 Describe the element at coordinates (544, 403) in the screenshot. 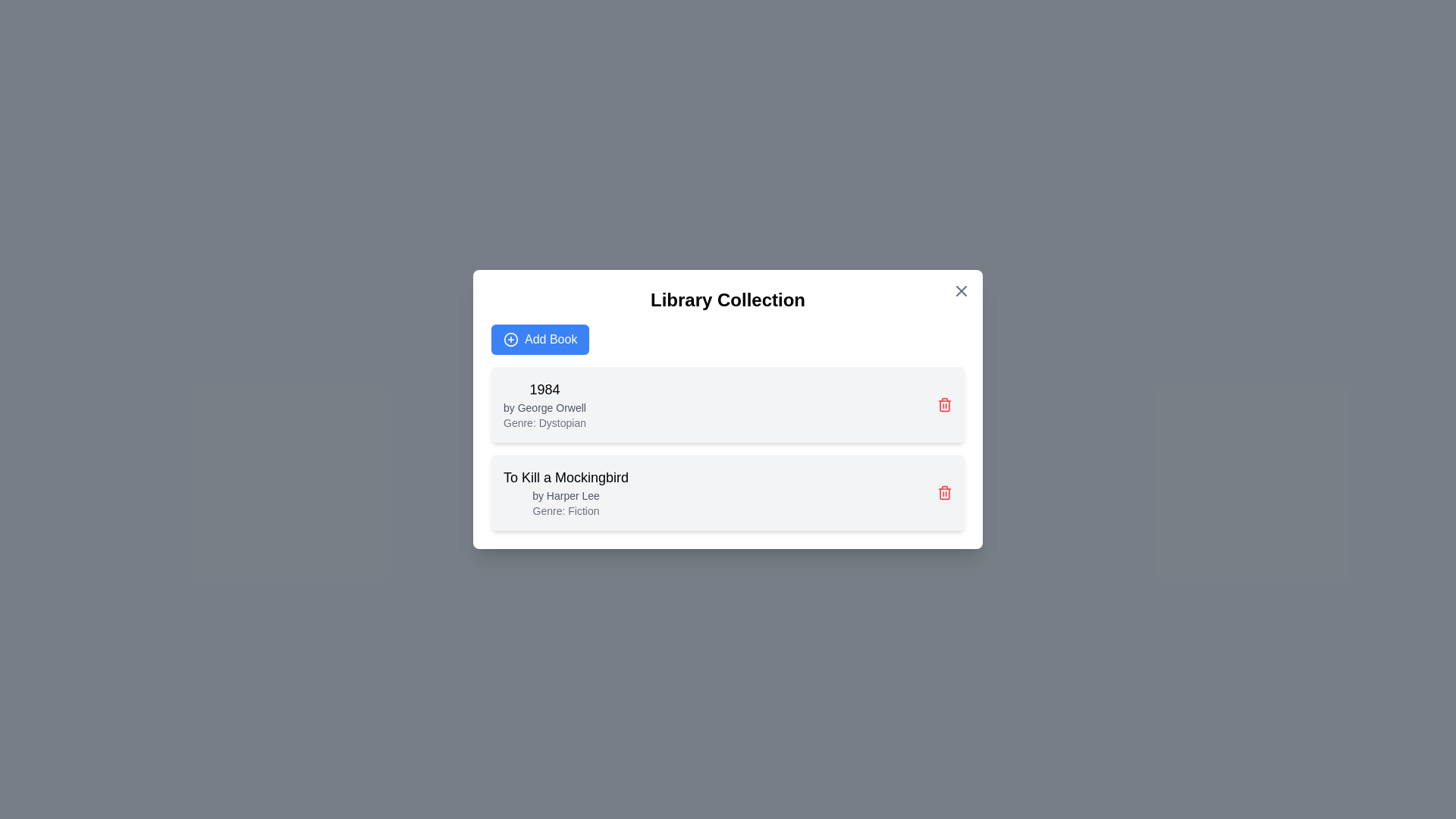

I see `the informational text group displaying '1984' by George Orwell, which is part of the Library Collection modal, positioned above 'To Kill a Mockingbird'` at that location.